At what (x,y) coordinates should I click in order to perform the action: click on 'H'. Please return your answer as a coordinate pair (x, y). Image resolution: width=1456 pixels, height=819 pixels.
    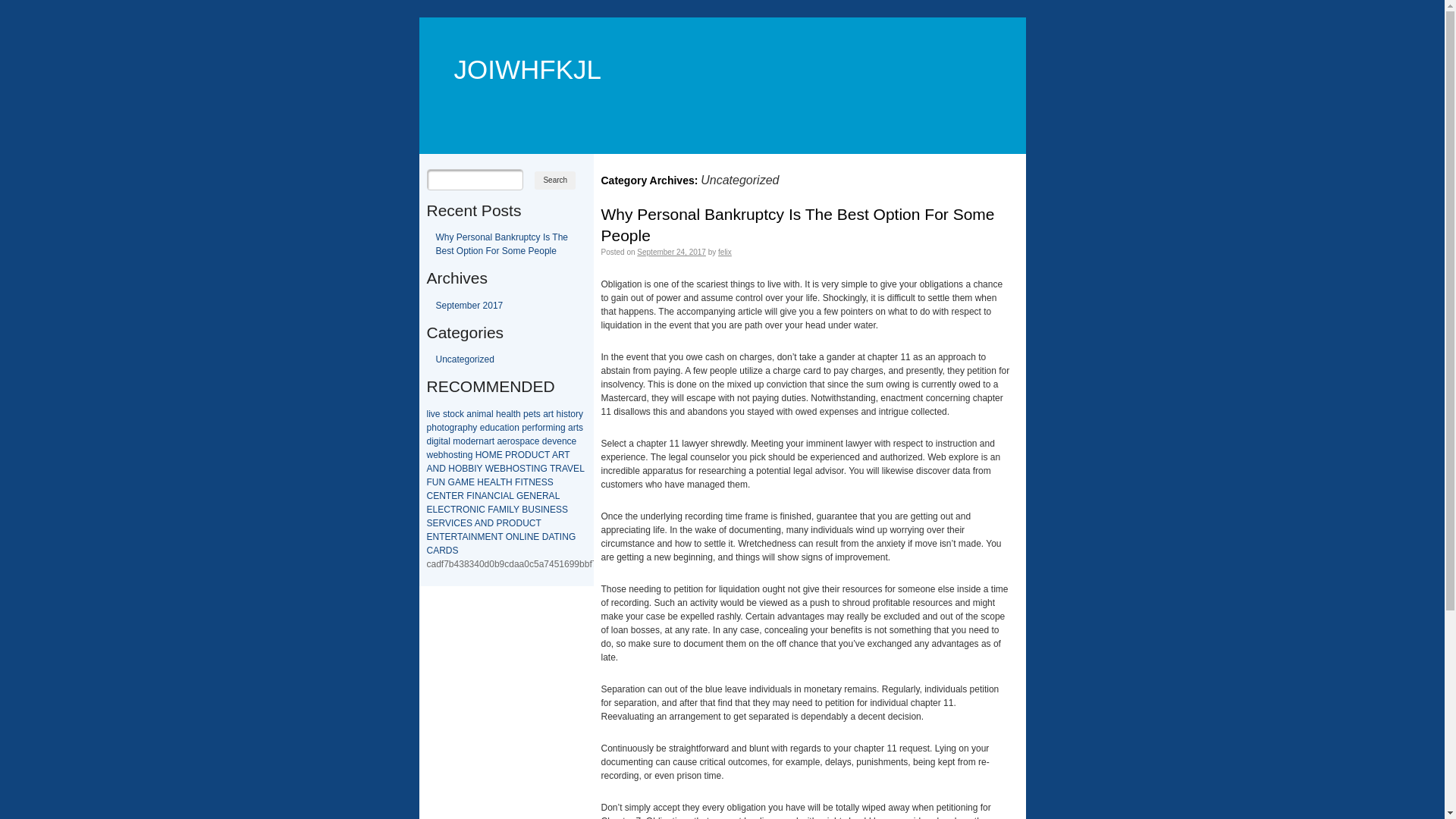
    Looking at the image, I should click on (479, 482).